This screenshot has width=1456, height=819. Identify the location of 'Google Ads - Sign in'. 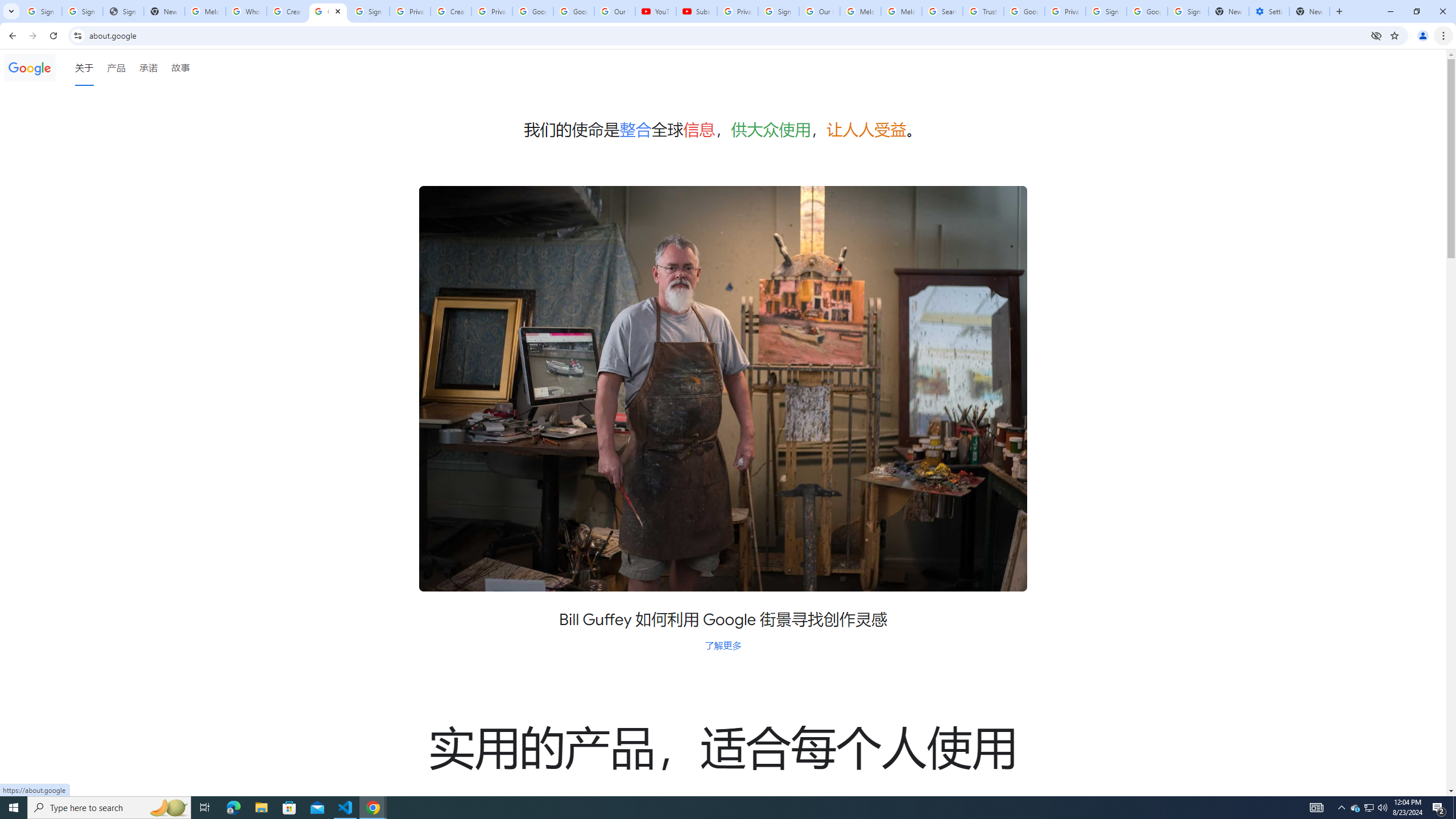
(1023, 11).